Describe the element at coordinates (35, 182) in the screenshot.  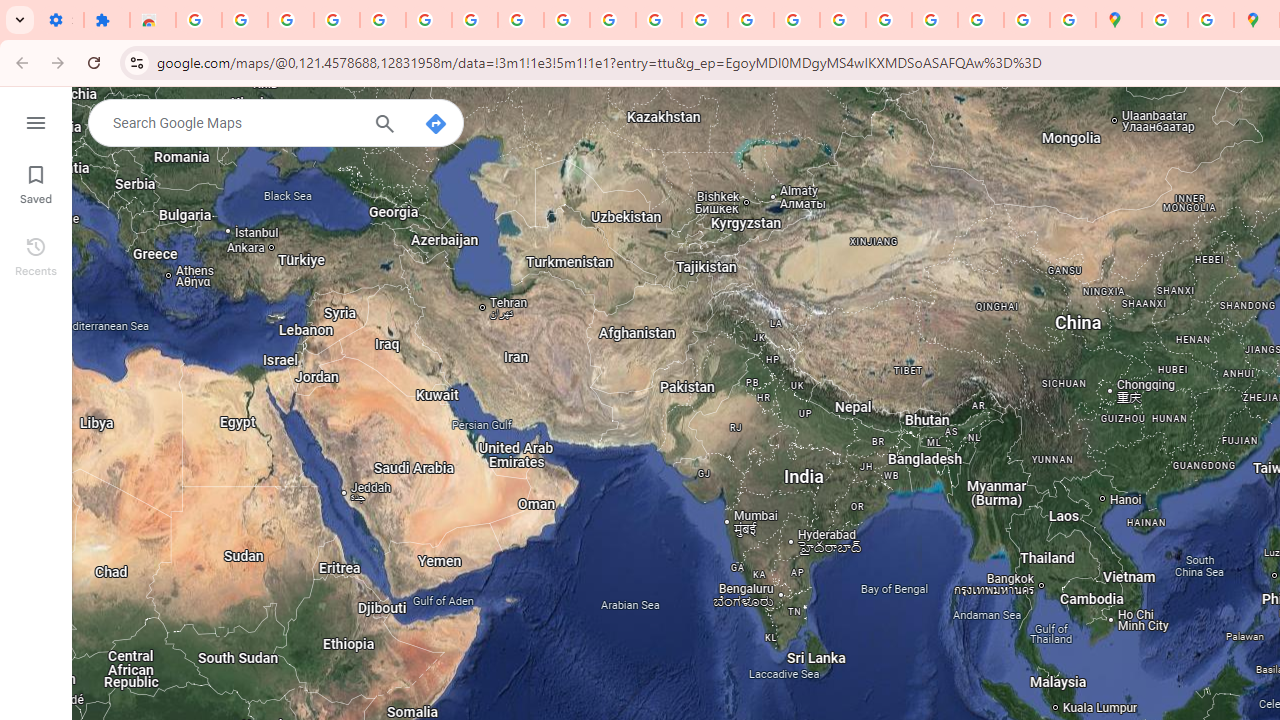
I see `'Saved'` at that location.